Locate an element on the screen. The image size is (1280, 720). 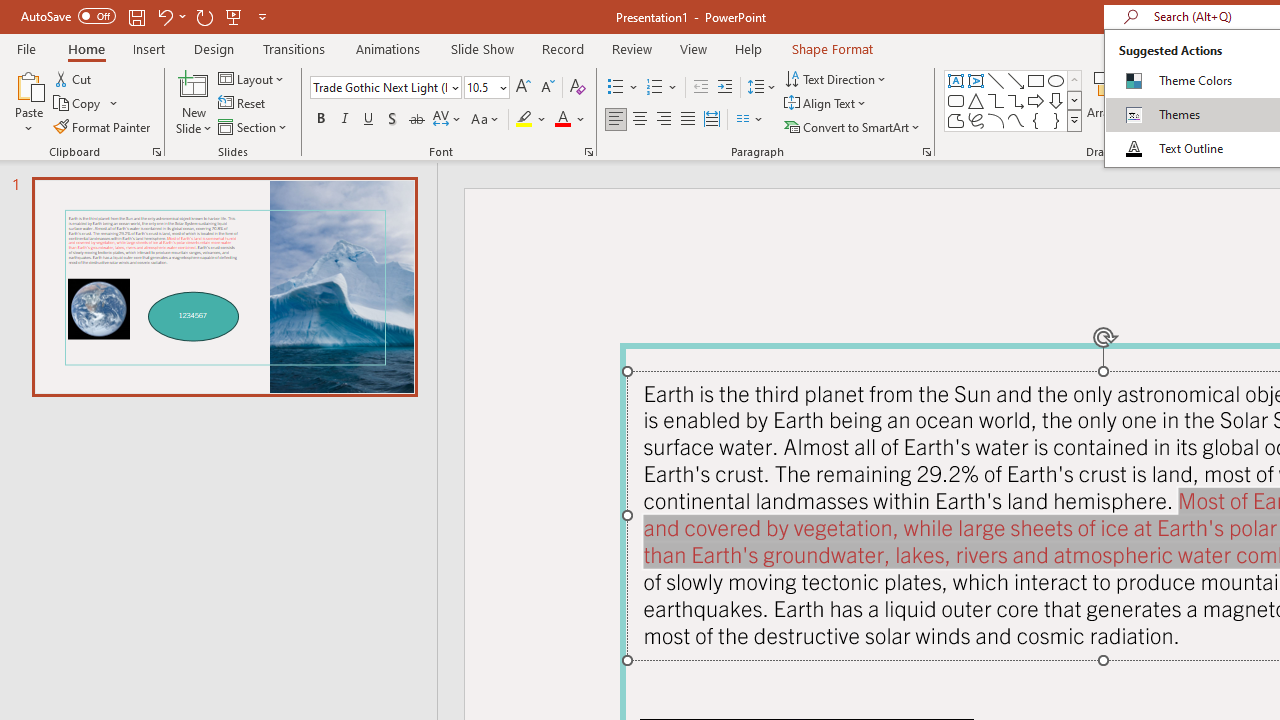
'Align Text' is located at coordinates (826, 103).